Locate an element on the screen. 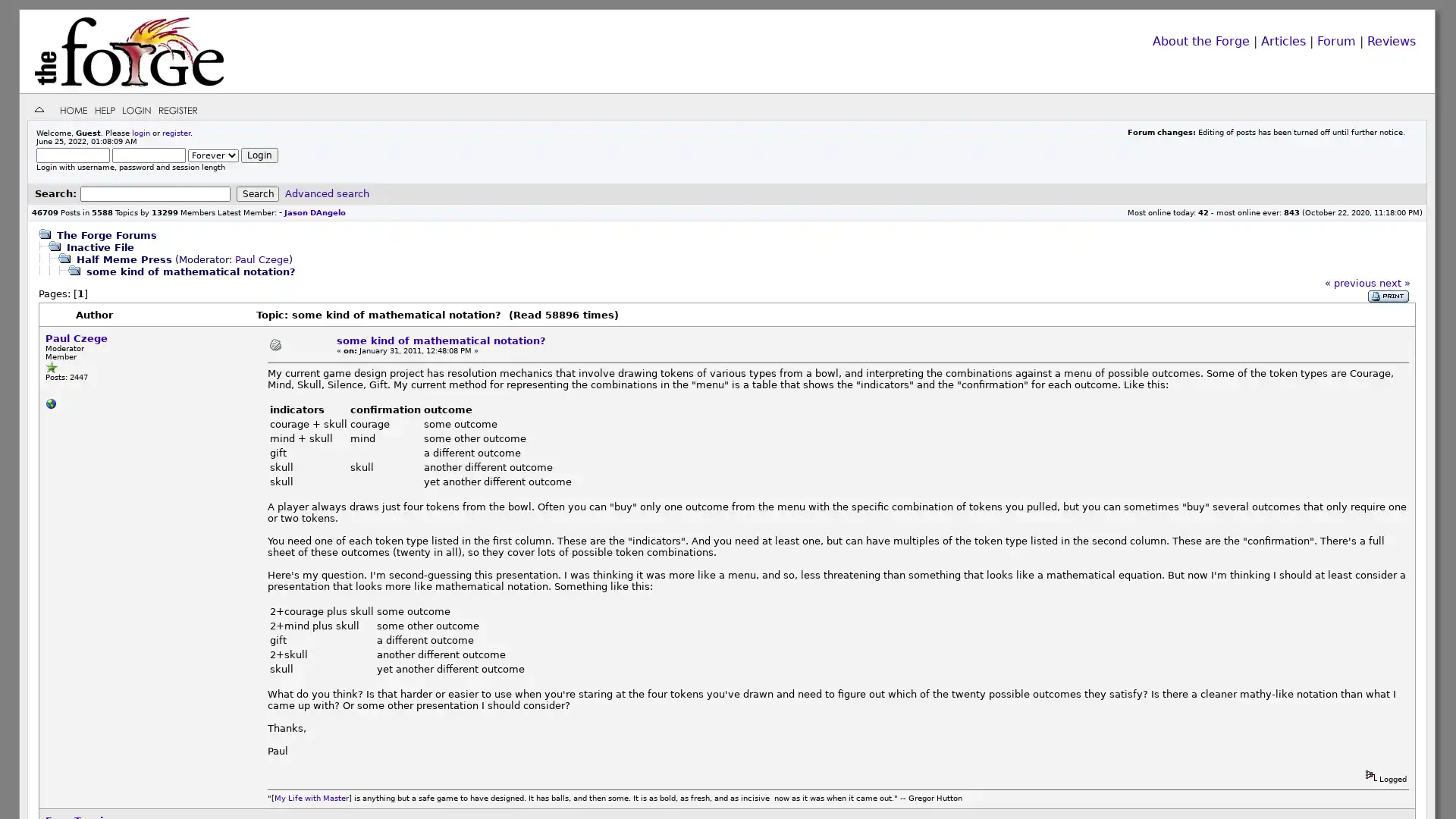  Search is located at coordinates (258, 193).